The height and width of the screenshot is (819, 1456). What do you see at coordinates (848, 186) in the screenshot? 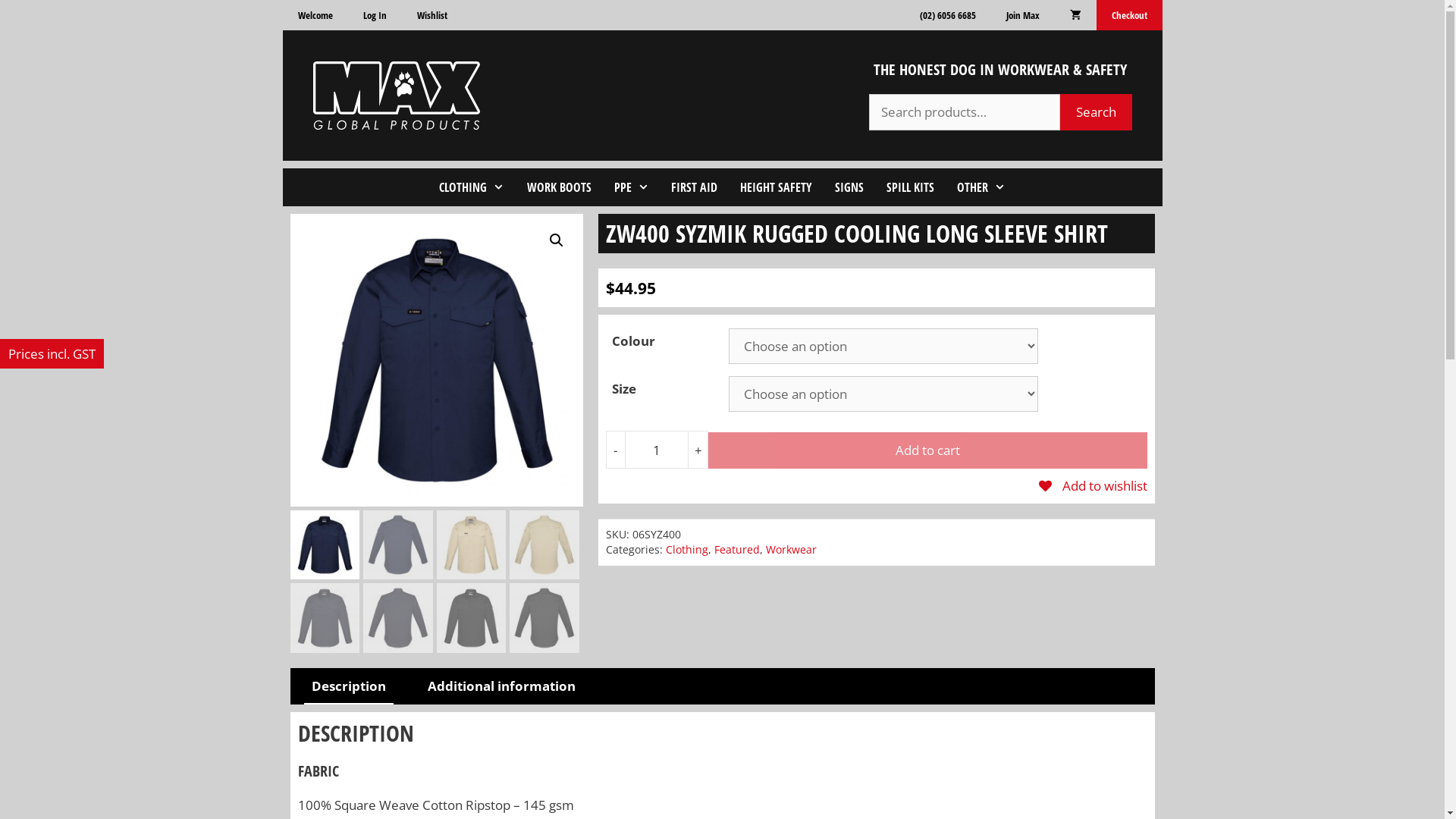
I see `'SIGNS'` at bounding box center [848, 186].